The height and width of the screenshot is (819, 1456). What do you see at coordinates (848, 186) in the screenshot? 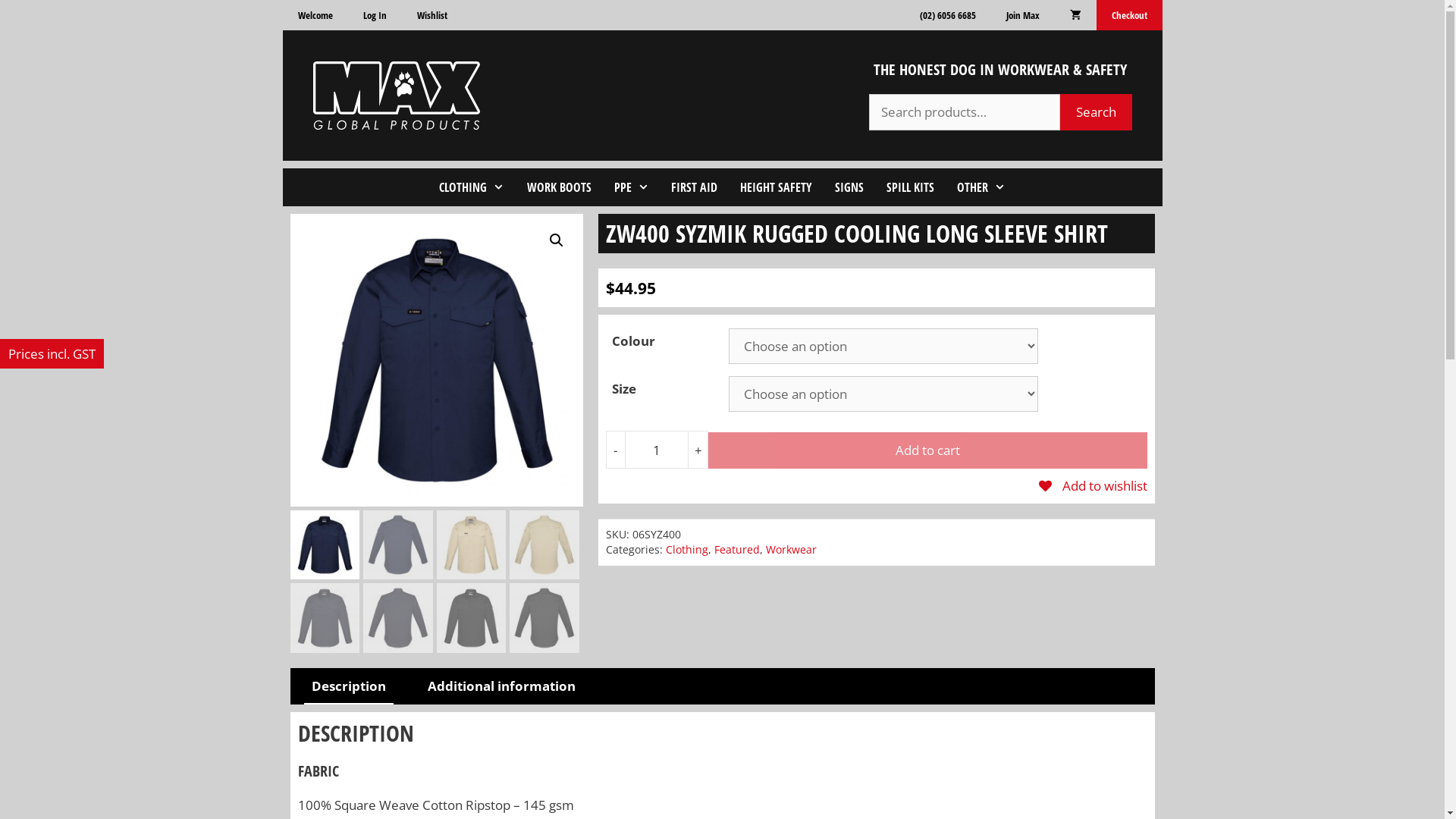
I see `'SIGNS'` at bounding box center [848, 186].